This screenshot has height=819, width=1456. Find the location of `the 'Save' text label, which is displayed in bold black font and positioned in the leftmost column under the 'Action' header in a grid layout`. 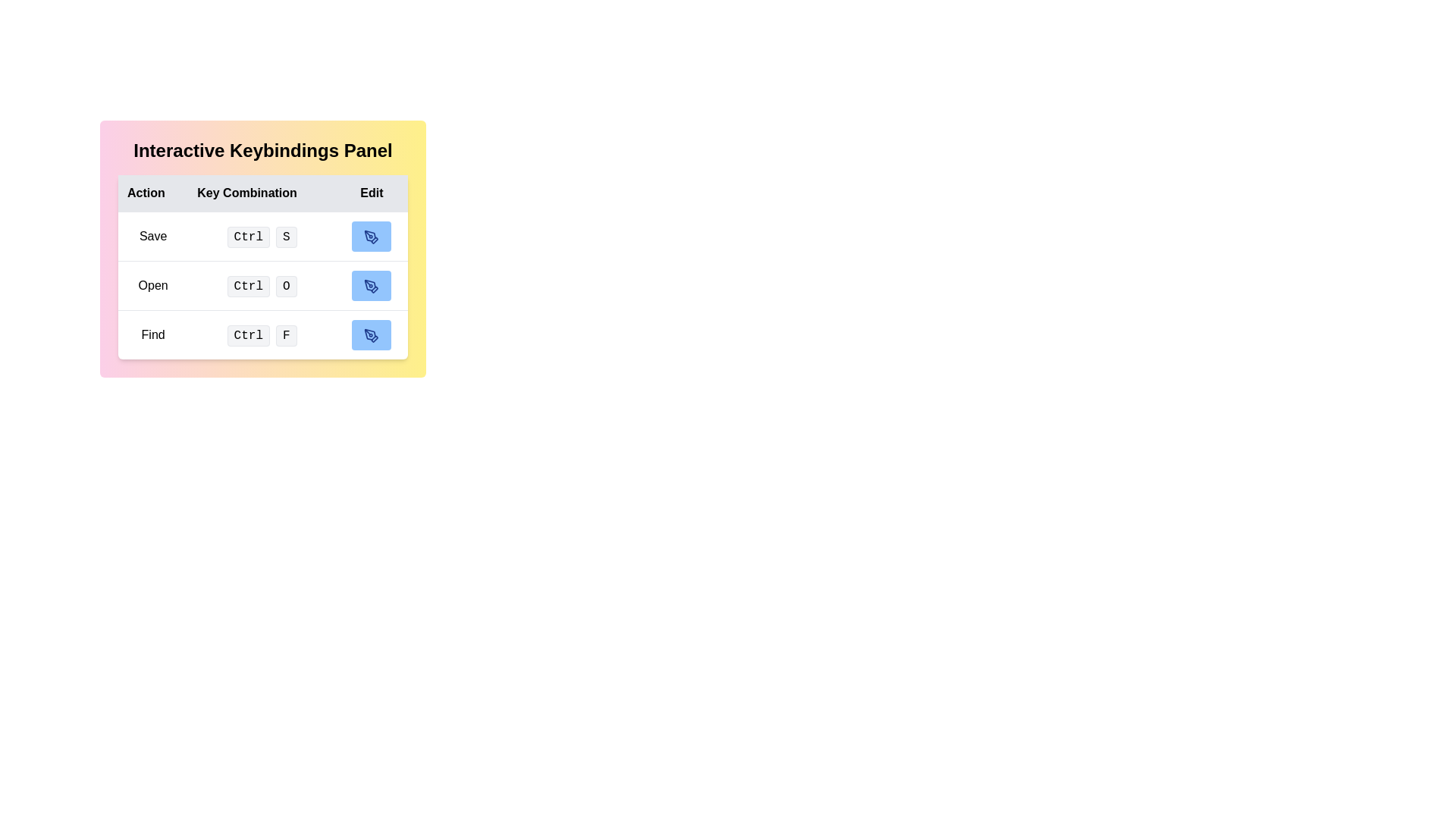

the 'Save' text label, which is displayed in bold black font and positioned in the leftmost column under the 'Action' header in a grid layout is located at coordinates (153, 237).